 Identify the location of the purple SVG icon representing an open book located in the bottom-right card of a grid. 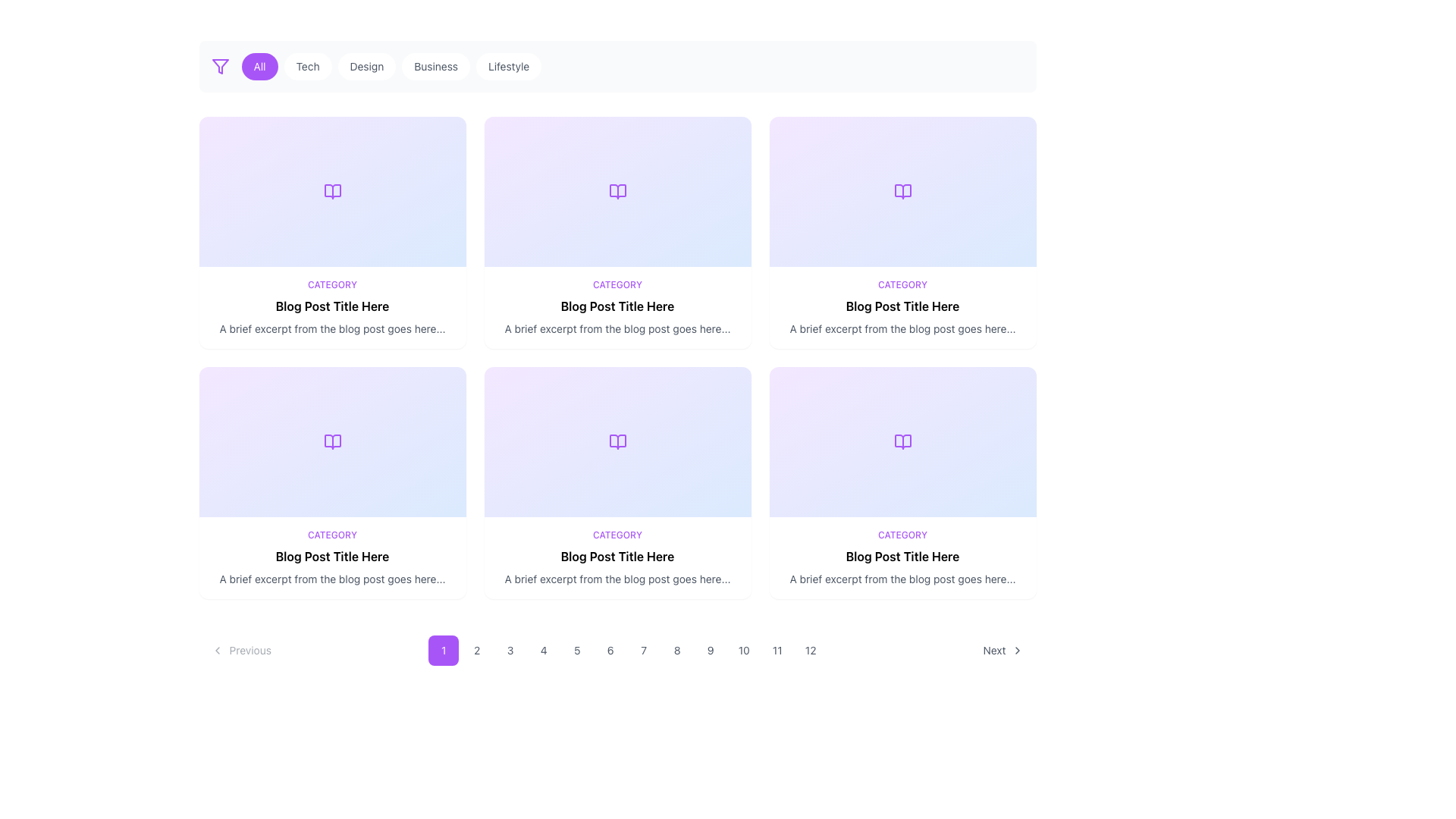
(902, 441).